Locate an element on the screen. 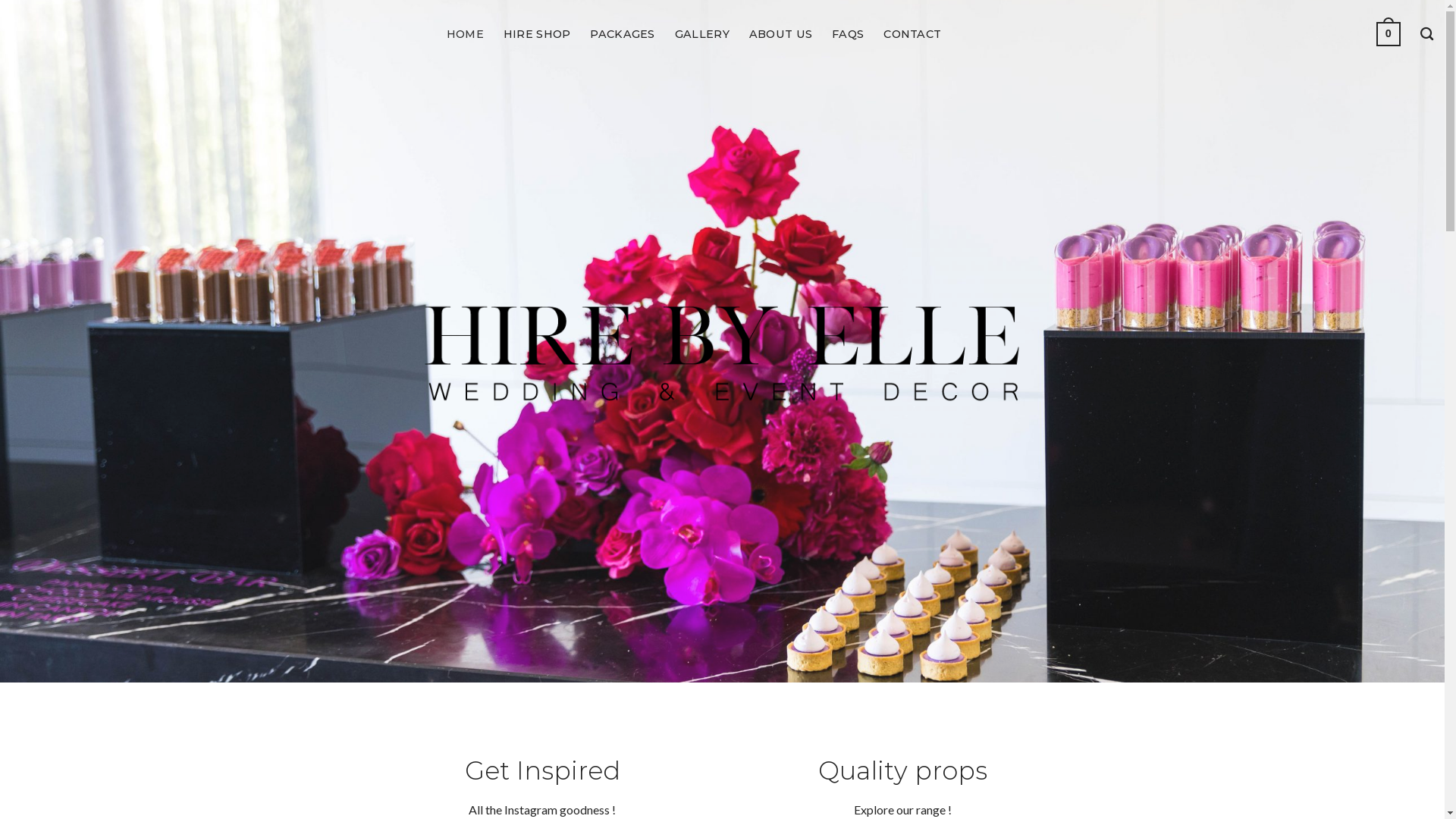 This screenshot has height=819, width=1456. '0' is located at coordinates (1388, 34).